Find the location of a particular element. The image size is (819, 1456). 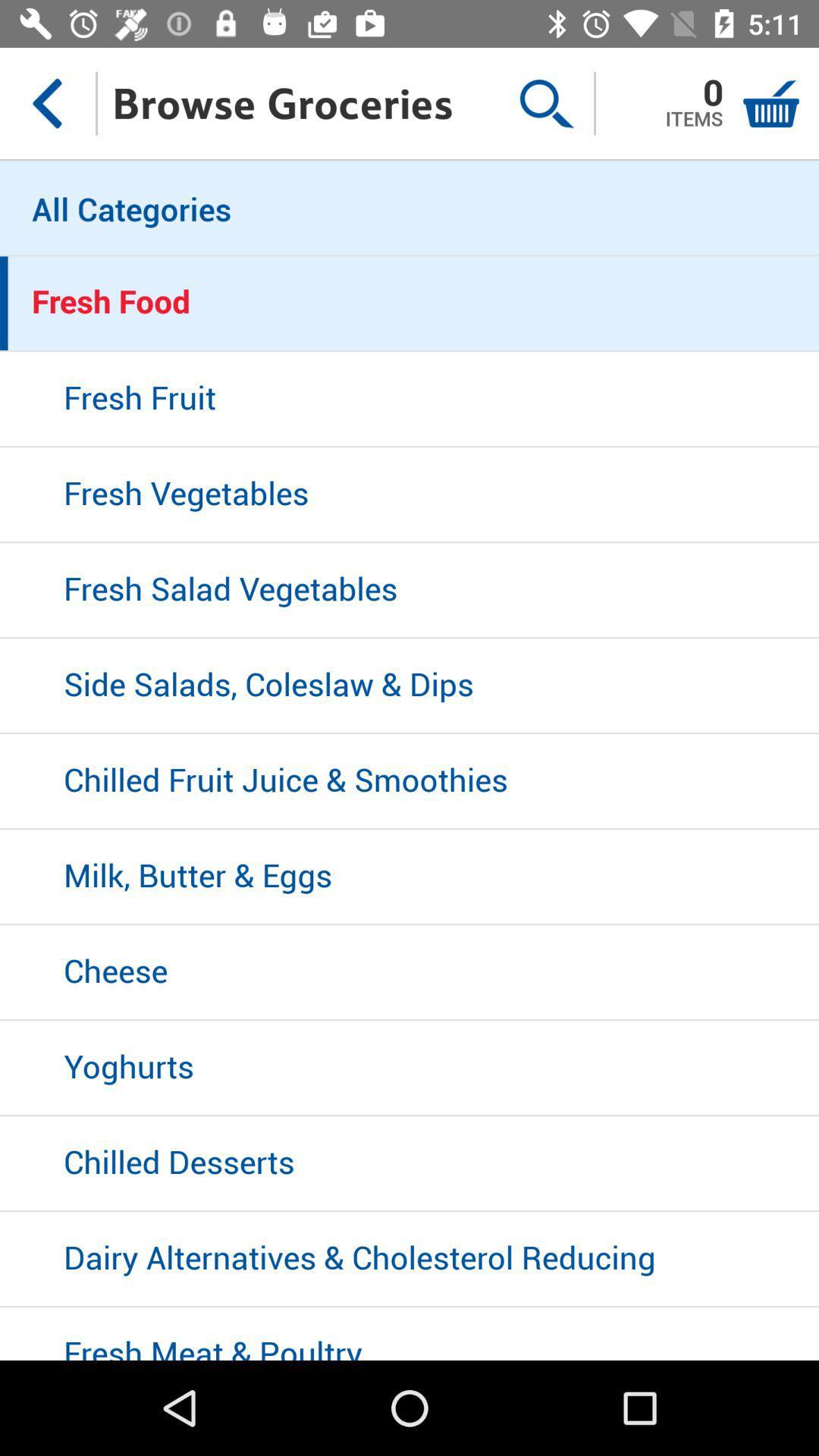

the fresh fruit icon is located at coordinates (409, 400).